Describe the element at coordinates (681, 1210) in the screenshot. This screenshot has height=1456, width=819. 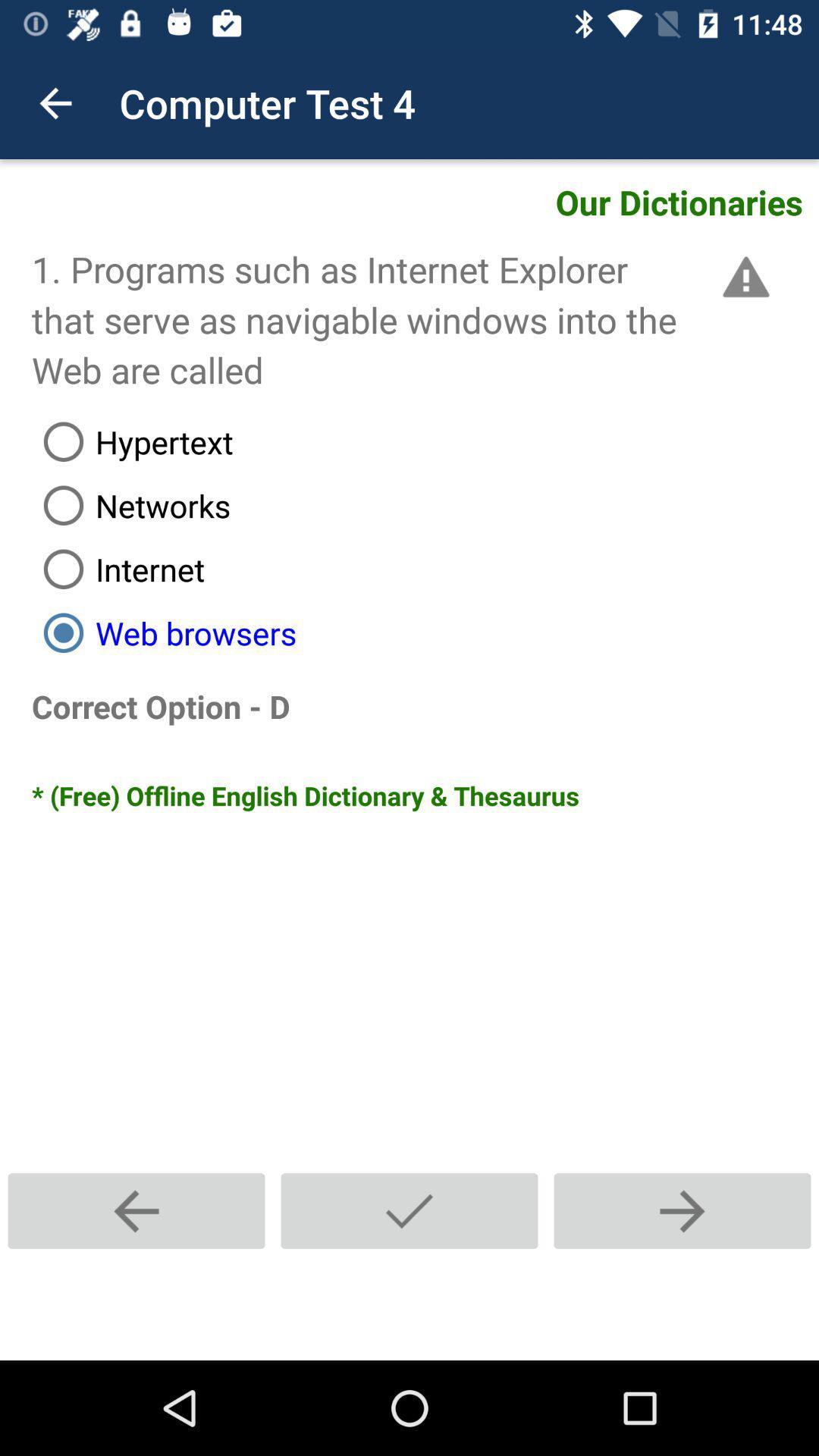
I see `the item at the bottom right corner` at that location.